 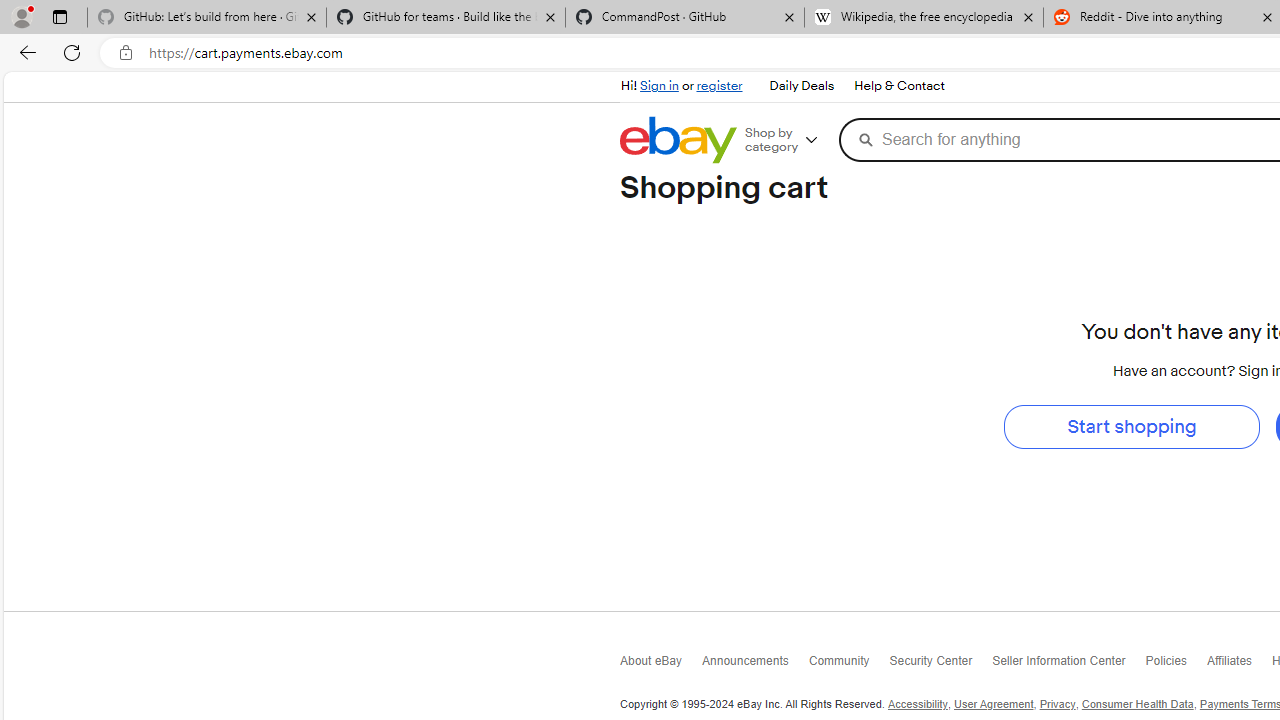 I want to click on 'Announcements', so click(x=754, y=664).